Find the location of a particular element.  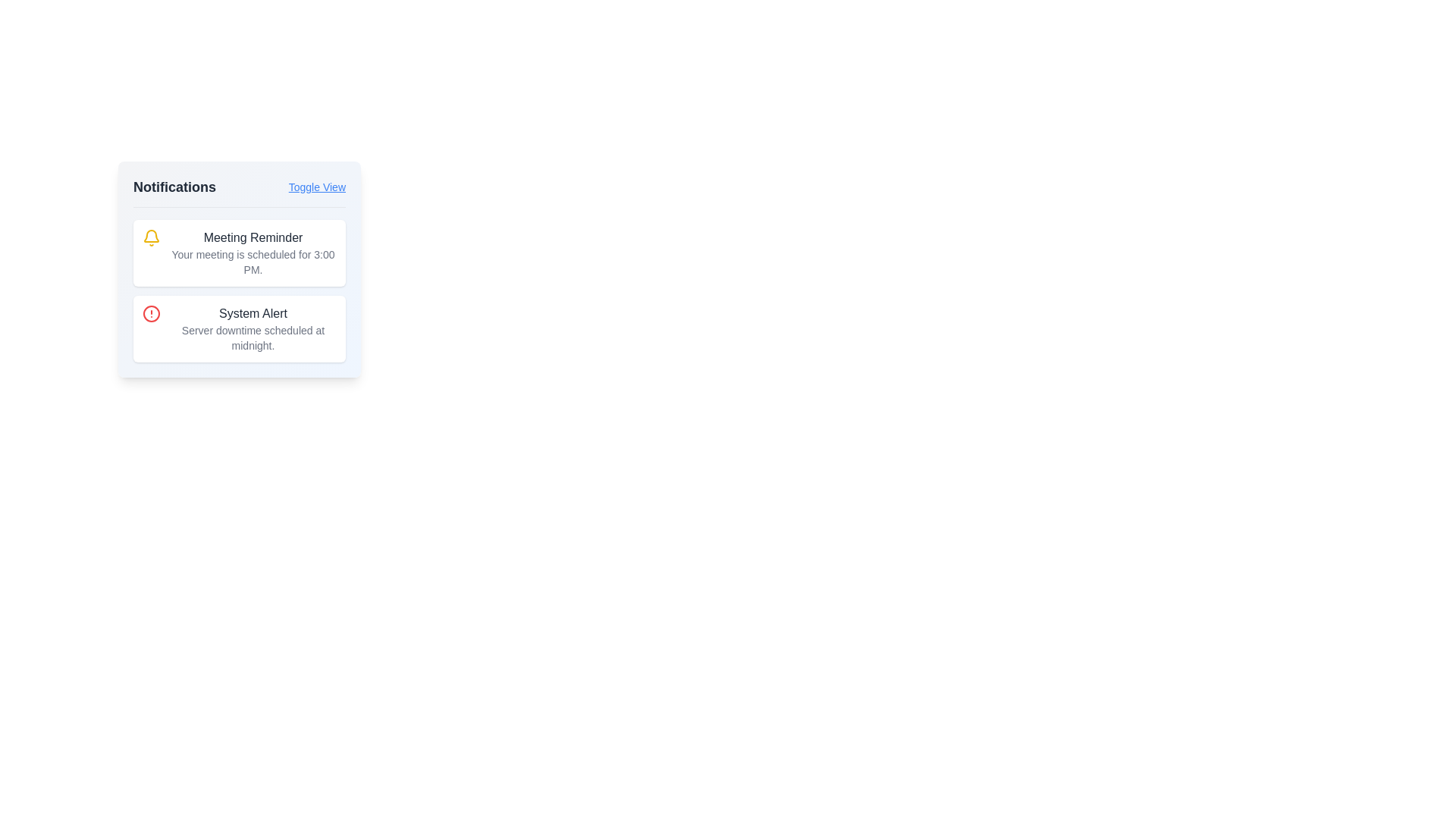

the yellow bell-shaped icon located to the left of the 'Meeting Reminder' text is located at coordinates (152, 237).